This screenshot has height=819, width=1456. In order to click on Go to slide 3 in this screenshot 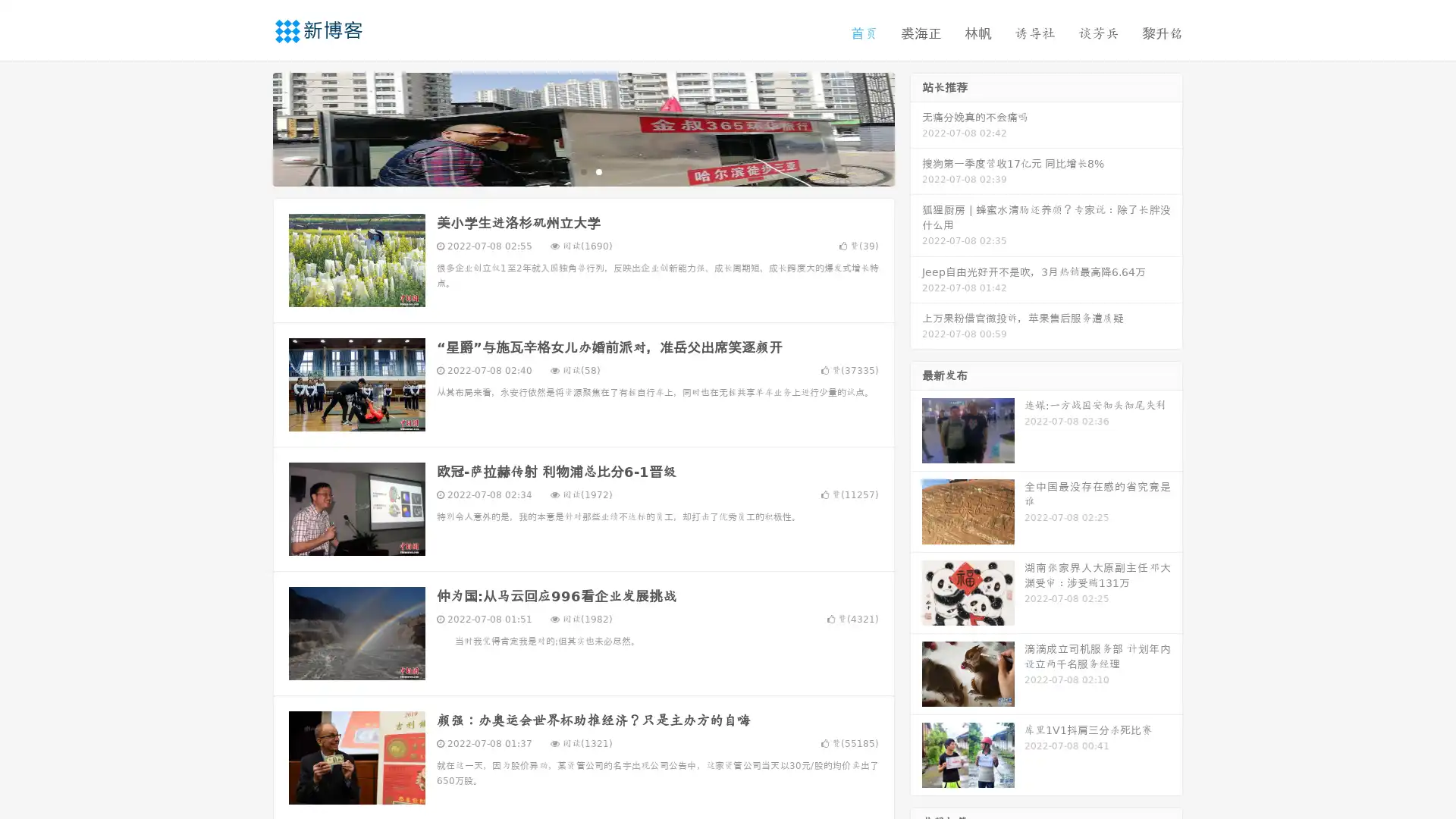, I will do `click(598, 171)`.